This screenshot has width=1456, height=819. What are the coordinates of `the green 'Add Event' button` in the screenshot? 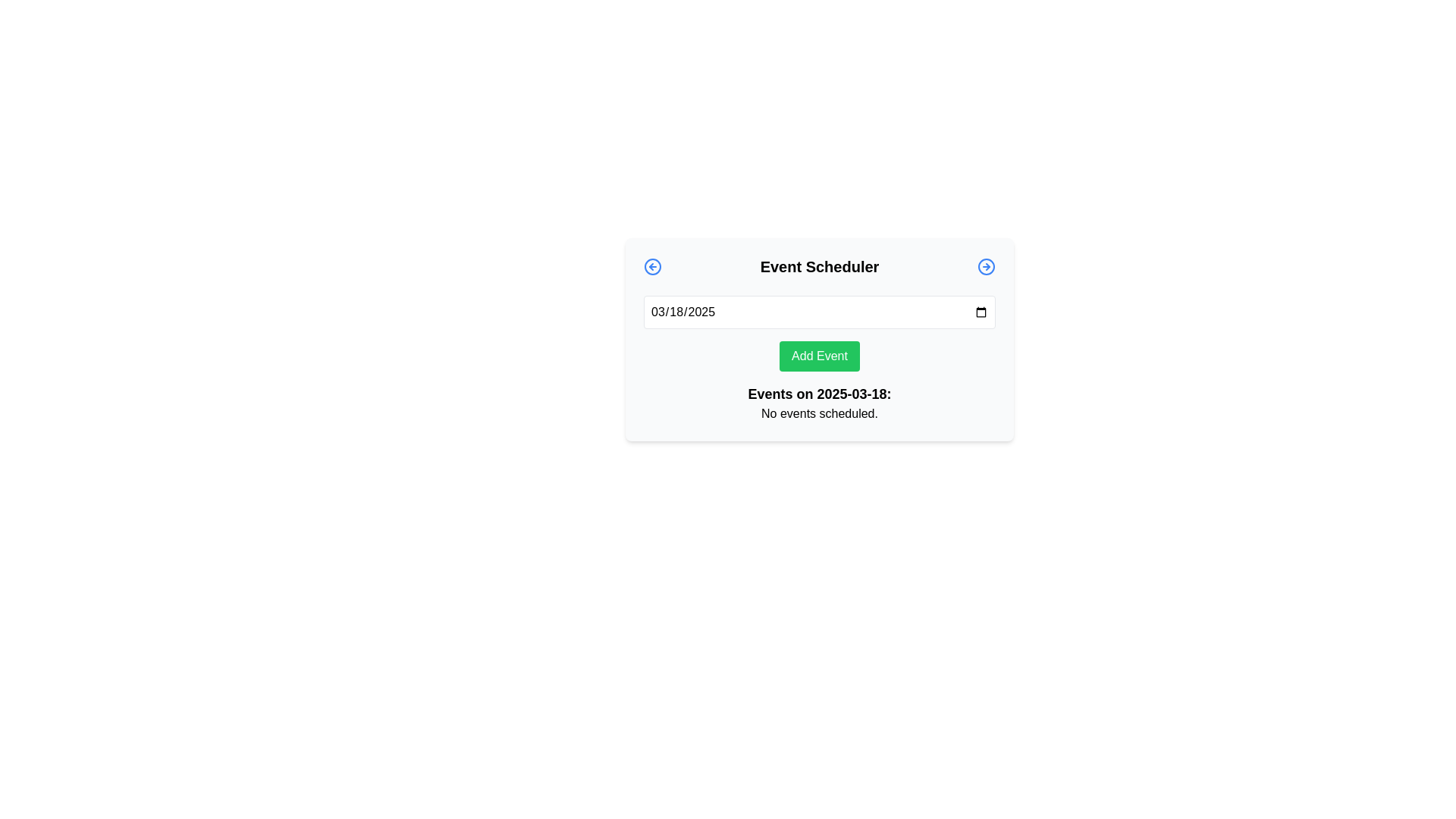 It's located at (818, 338).